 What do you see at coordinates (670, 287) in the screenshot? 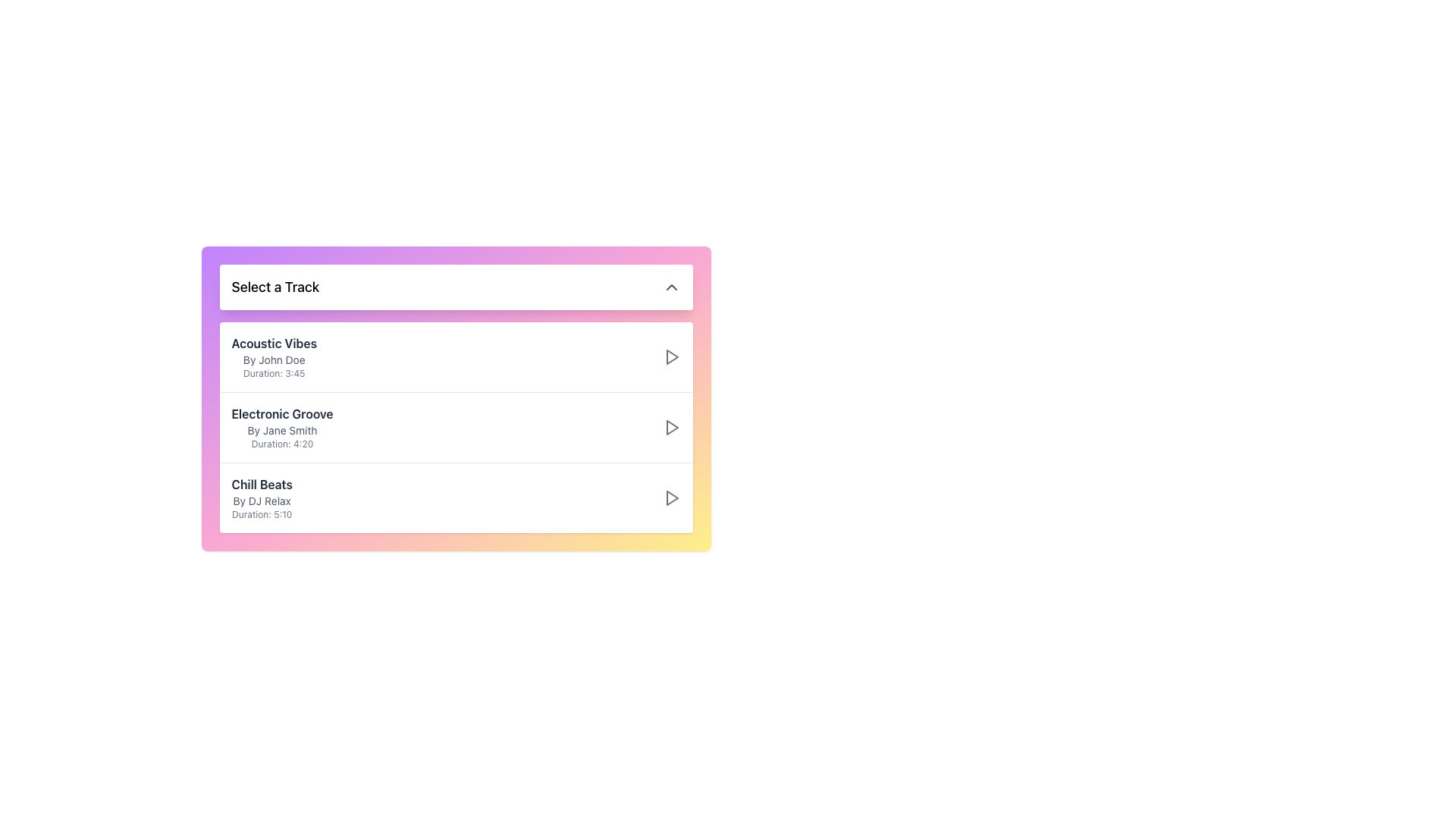
I see `the upward-pointing chevron icon located in the top-right corner of the header section of the white rectangular panel` at bounding box center [670, 287].